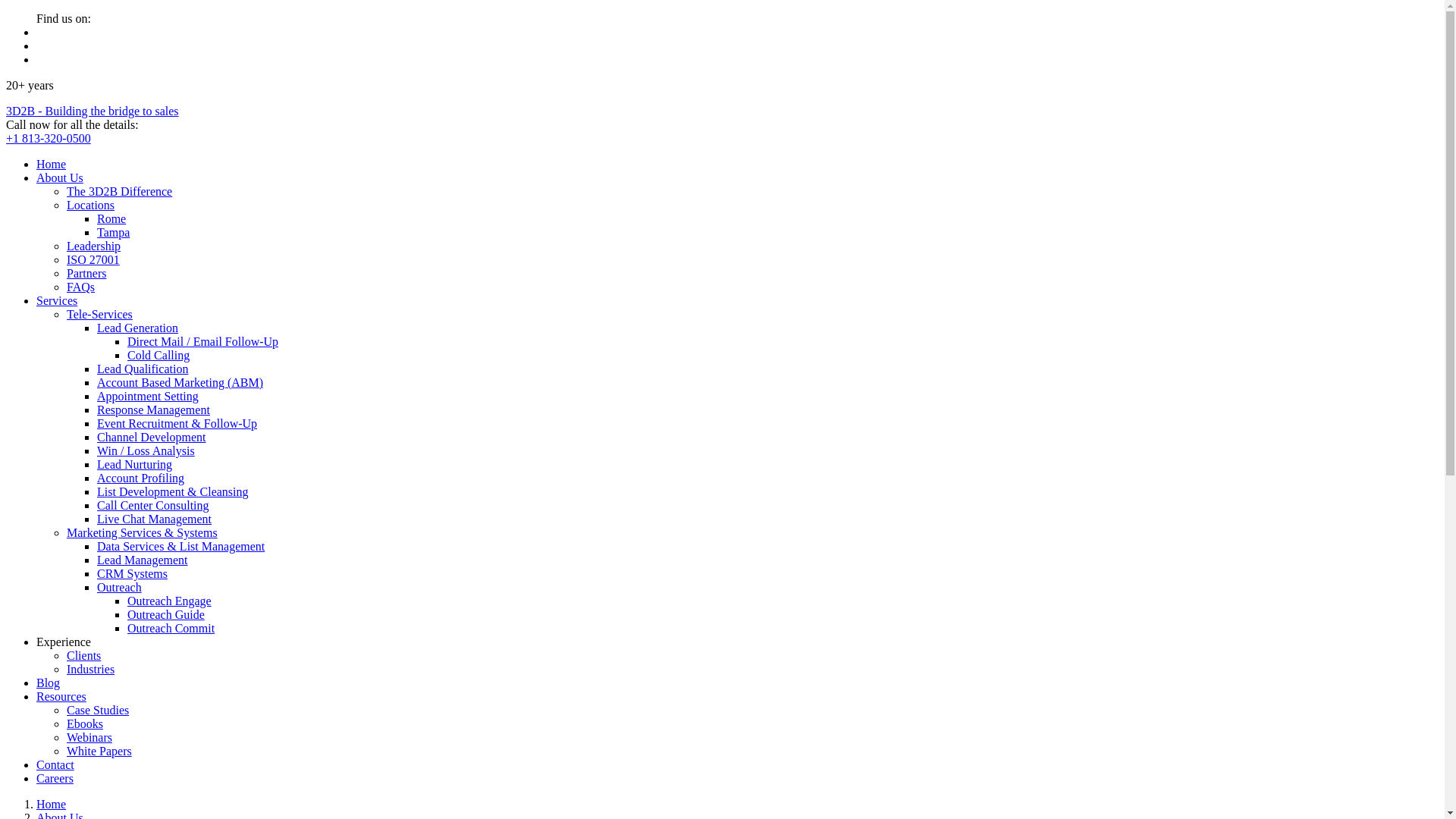 The image size is (1456, 819). I want to click on 'Account Based Marketing (ABM)', so click(96, 381).